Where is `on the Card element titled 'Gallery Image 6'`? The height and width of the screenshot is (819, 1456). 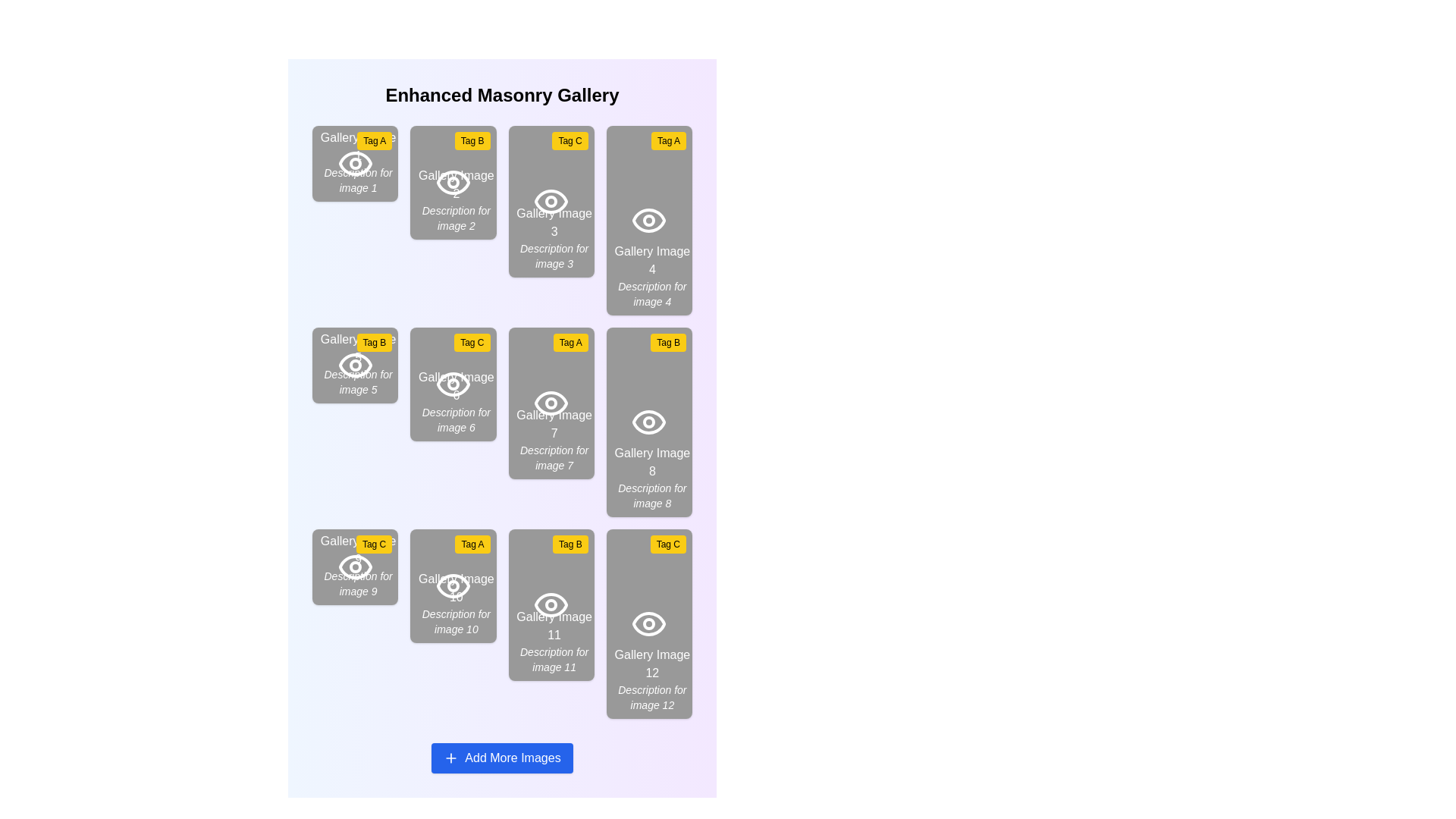
on the Card element titled 'Gallery Image 6' is located at coordinates (452, 383).